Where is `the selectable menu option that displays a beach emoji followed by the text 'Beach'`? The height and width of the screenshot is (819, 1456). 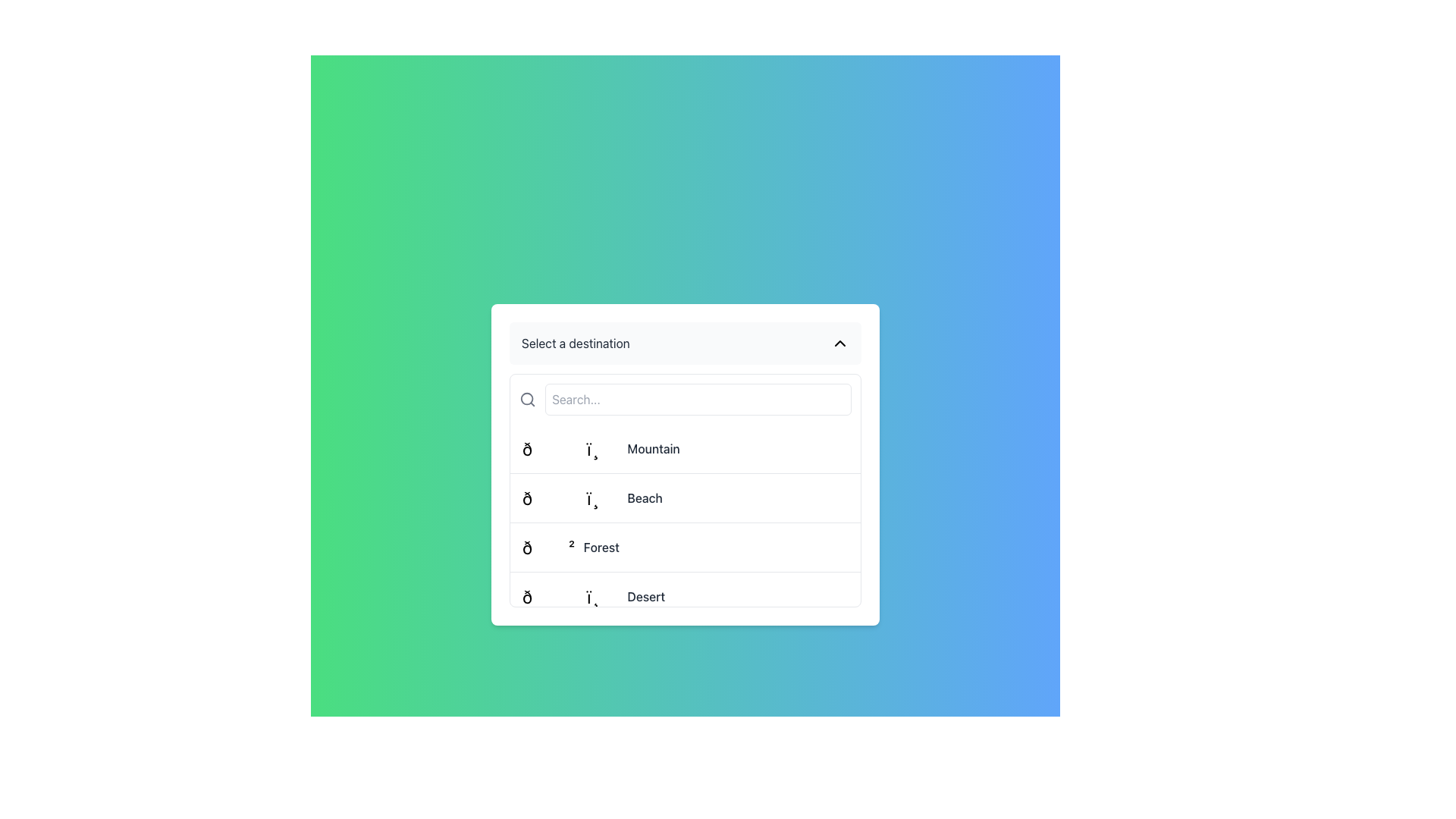
the selectable menu option that displays a beach emoji followed by the text 'Beach' is located at coordinates (591, 497).